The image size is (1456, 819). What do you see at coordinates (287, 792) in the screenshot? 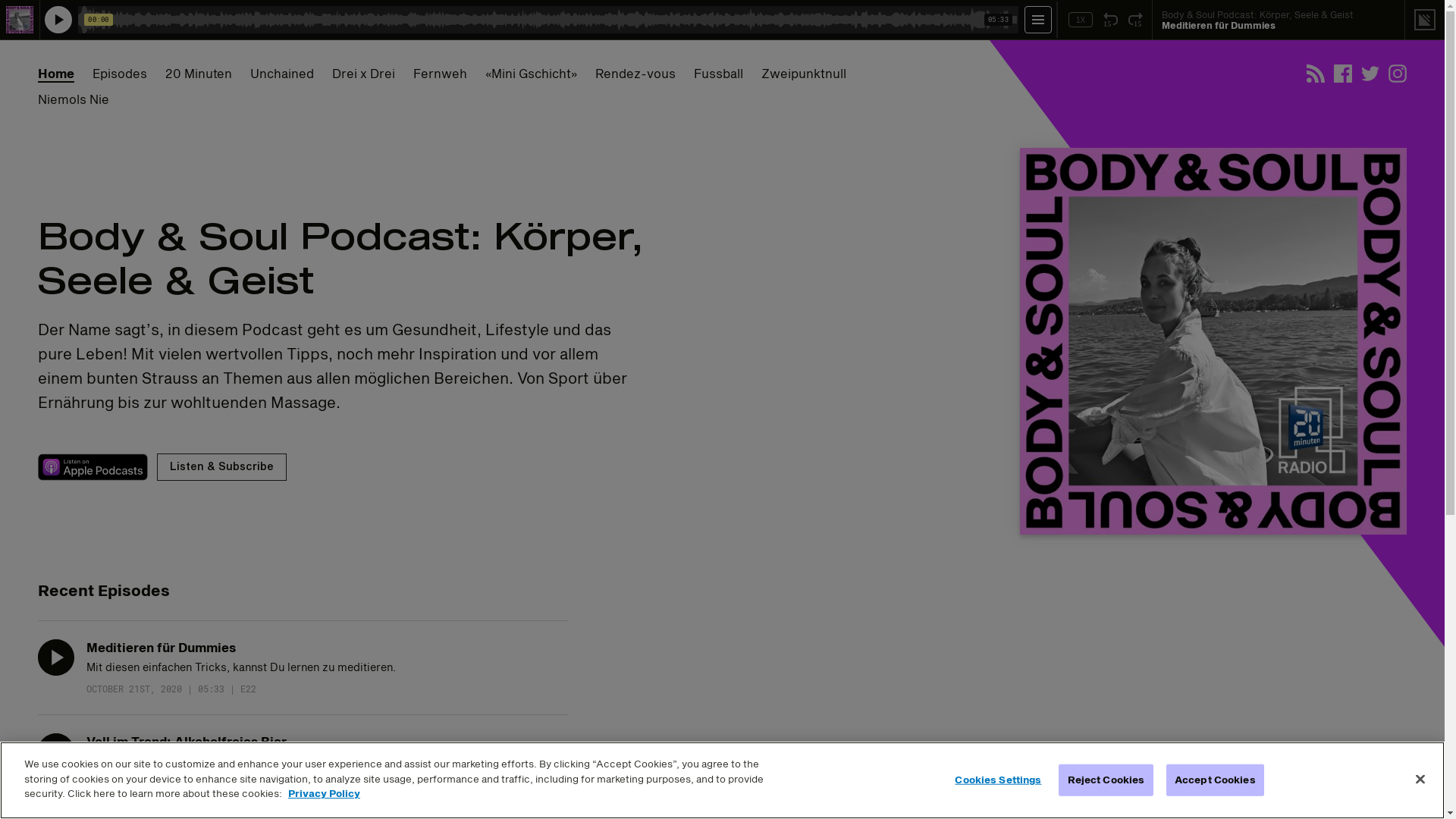
I see `'Privacy Policy'` at bounding box center [287, 792].